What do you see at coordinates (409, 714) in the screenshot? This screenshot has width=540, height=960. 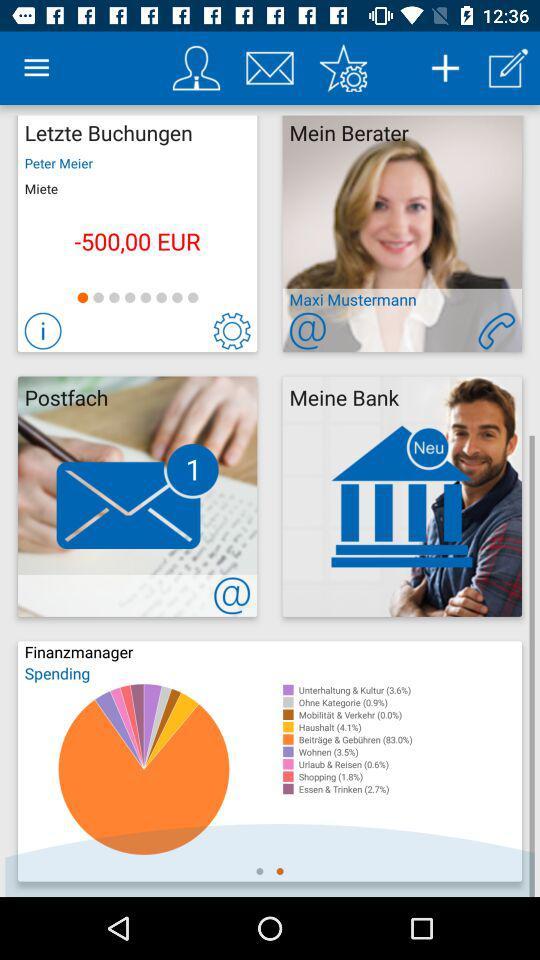 I see `the icon above the haushalt (4.1%) item` at bounding box center [409, 714].